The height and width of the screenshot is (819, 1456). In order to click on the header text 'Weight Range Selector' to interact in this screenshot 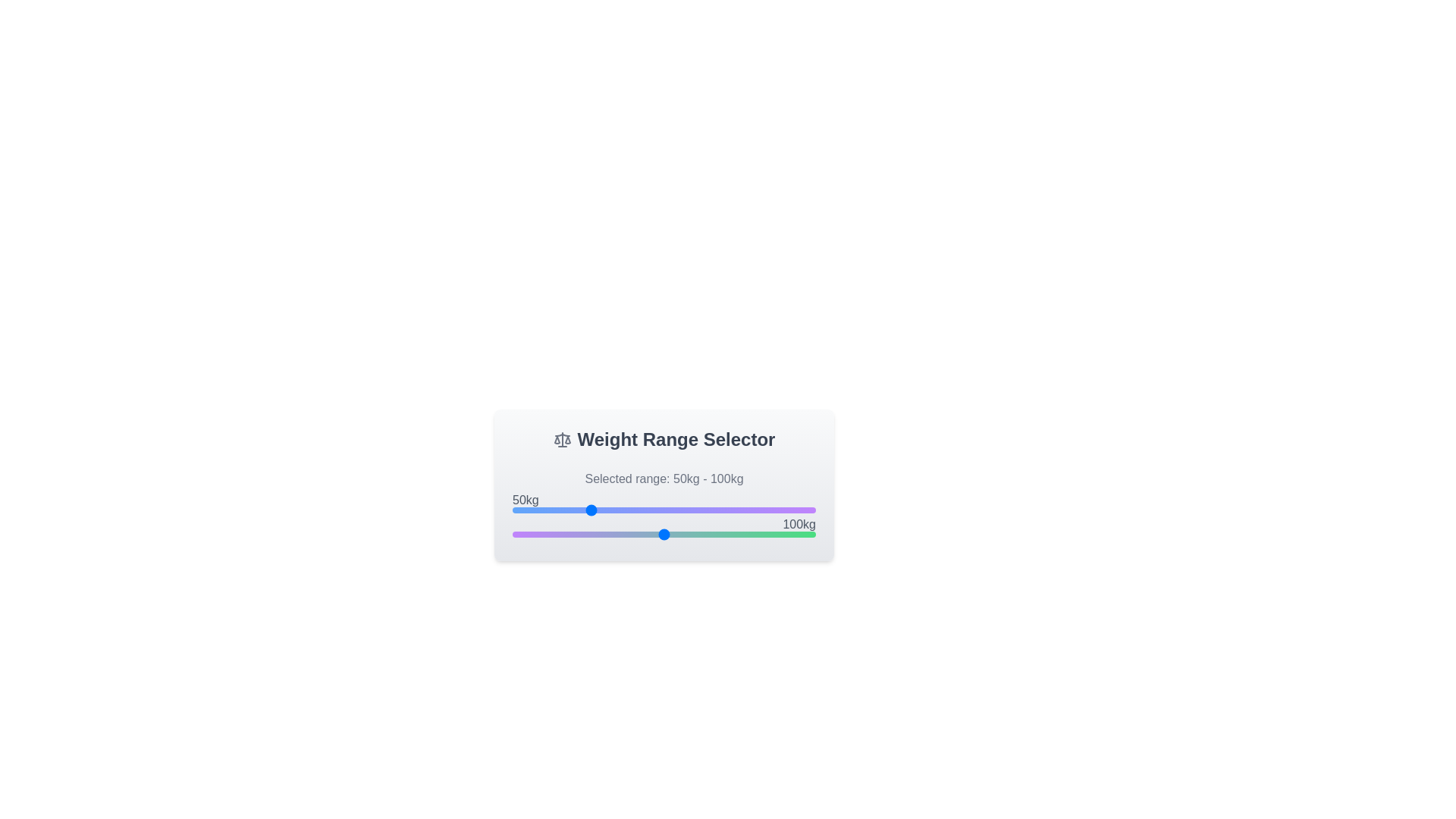, I will do `click(664, 439)`.